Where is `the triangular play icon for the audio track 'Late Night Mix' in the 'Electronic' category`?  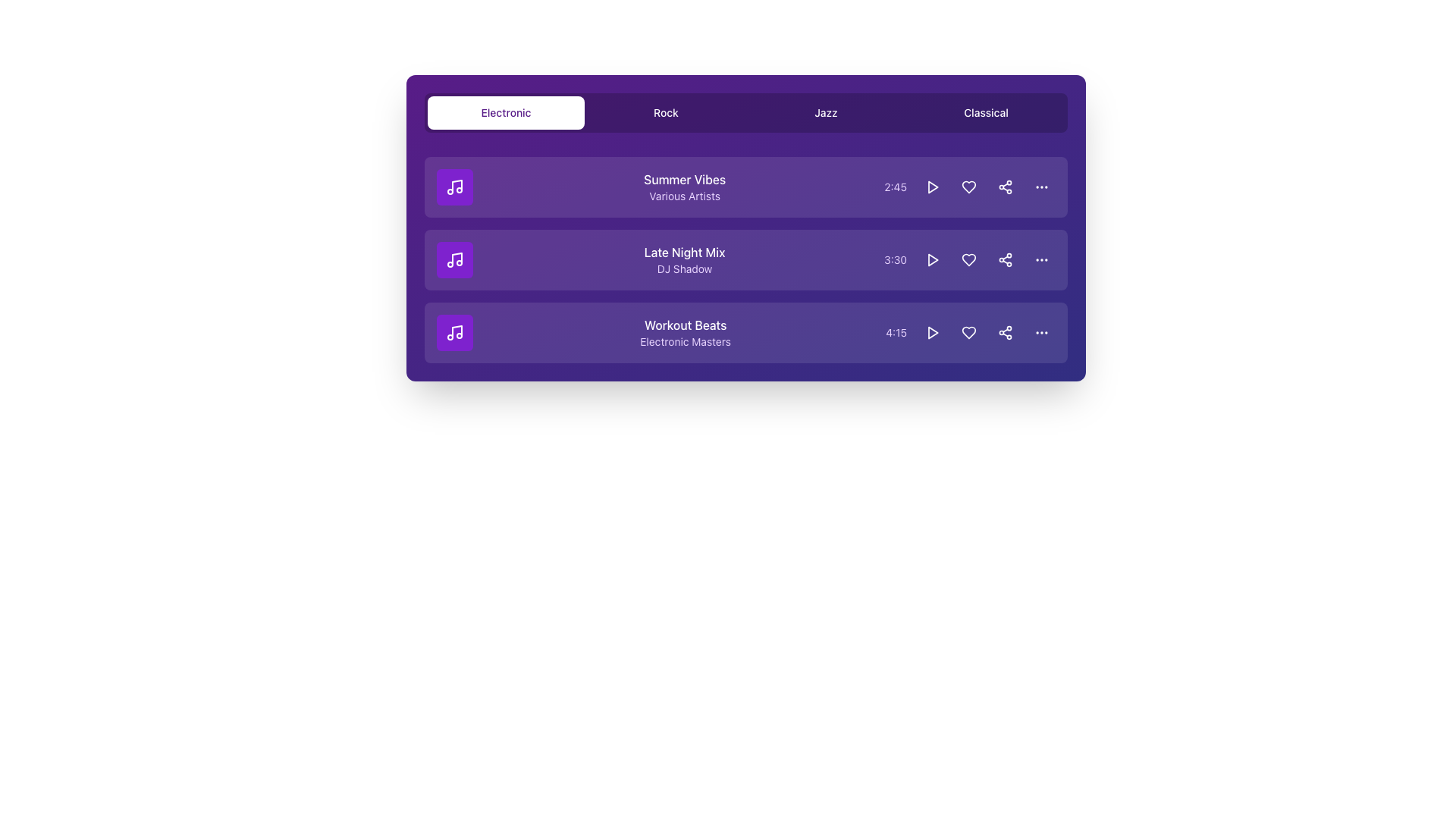 the triangular play icon for the audio track 'Late Night Mix' in the 'Electronic' category is located at coordinates (932, 259).